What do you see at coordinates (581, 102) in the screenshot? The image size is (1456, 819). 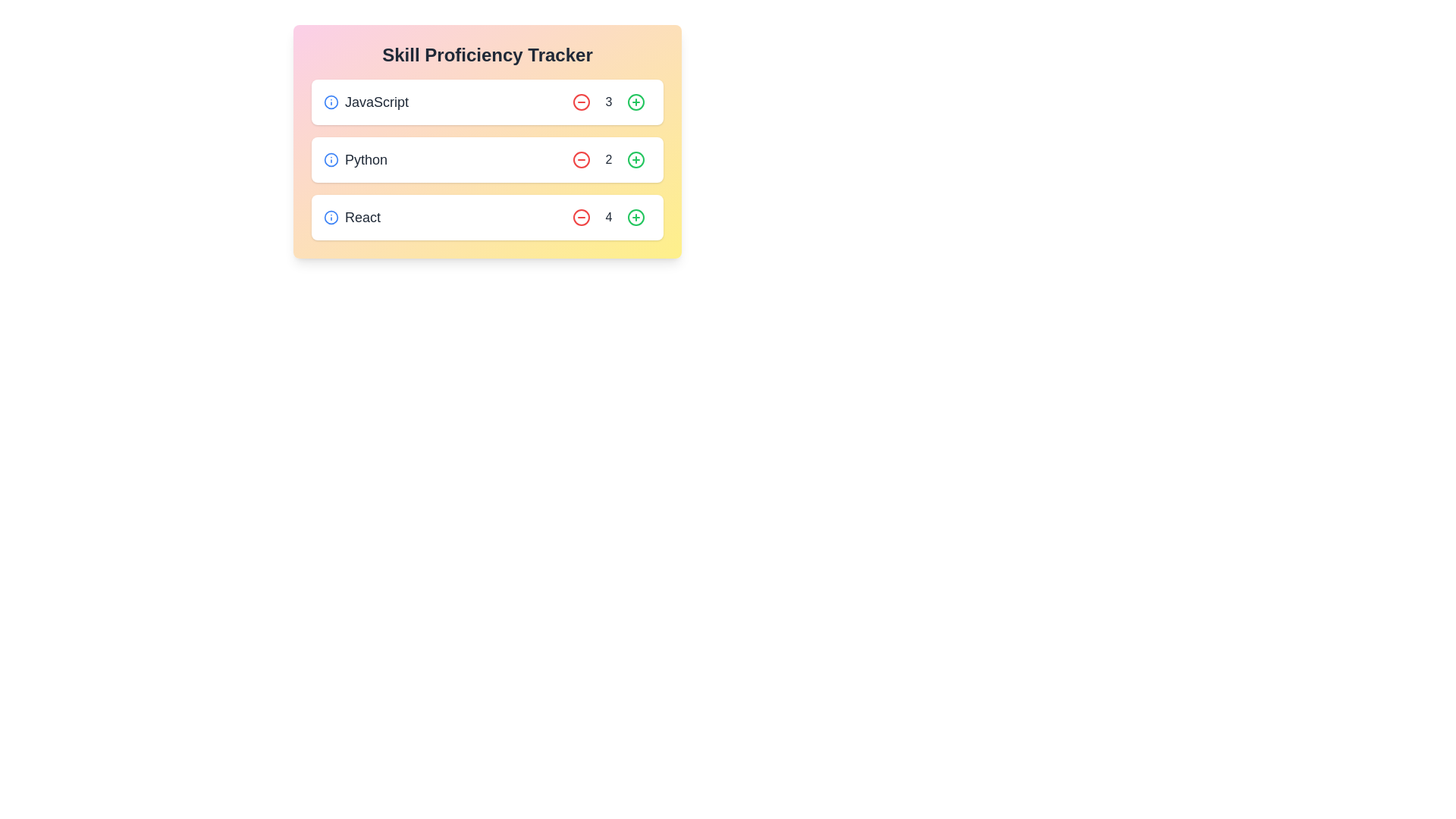 I see `minus button for the skill JavaScript to decrease its proficiency level` at bounding box center [581, 102].